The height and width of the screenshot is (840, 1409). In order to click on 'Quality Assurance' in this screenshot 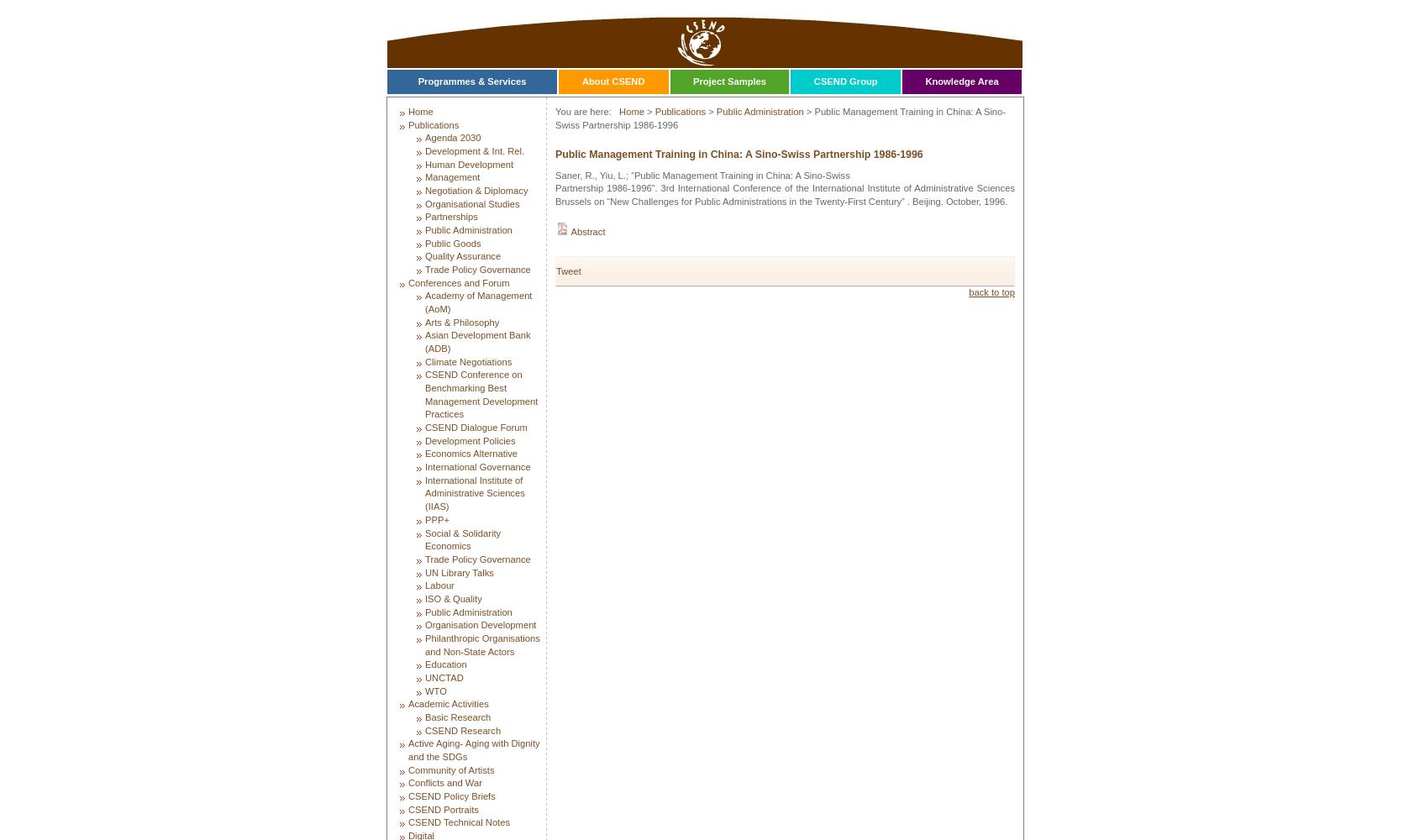, I will do `click(423, 256)`.